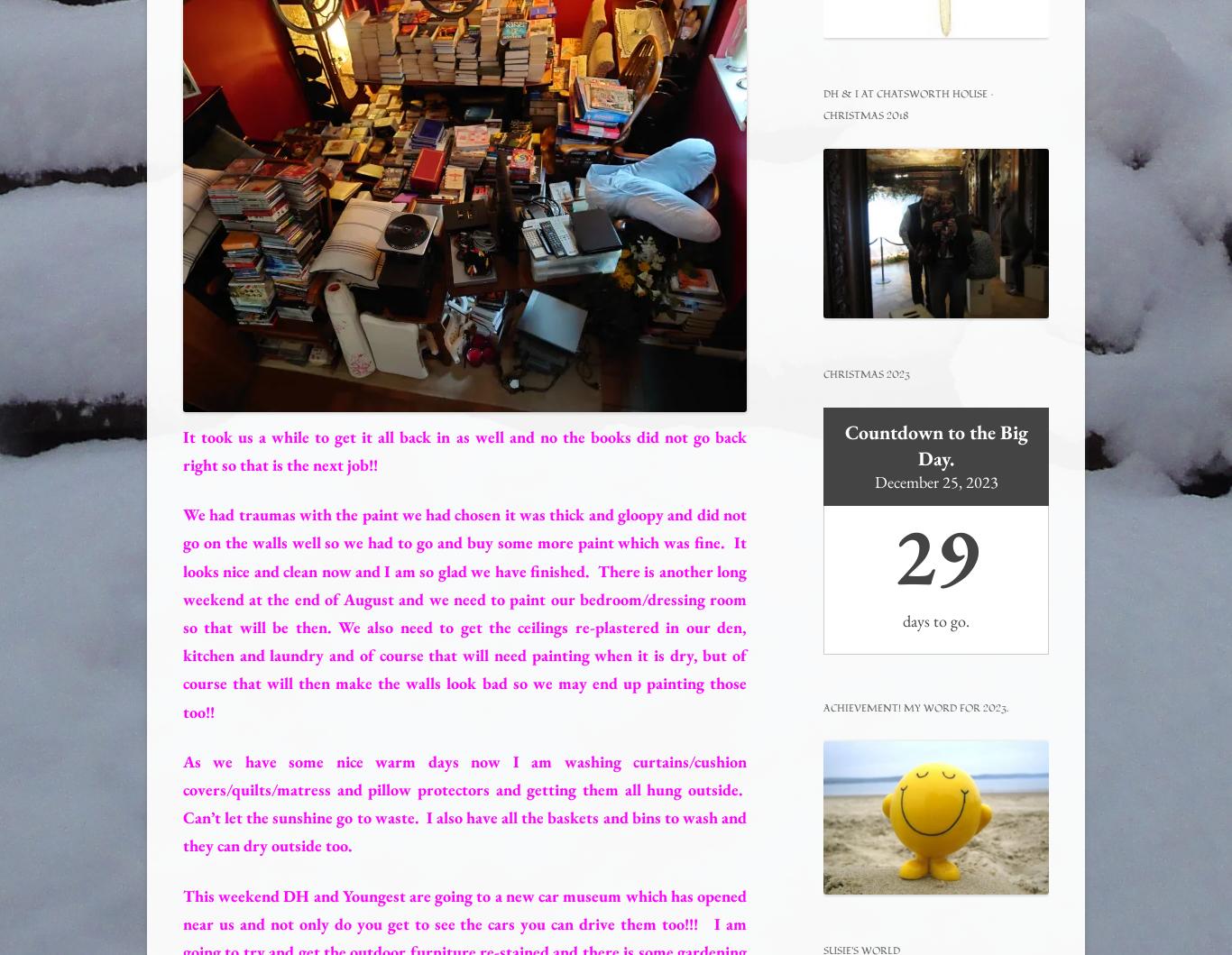 The width and height of the screenshot is (1232, 955). I want to click on 'We had traumas with the paint we had chosen it was thick and gloopy and did not go on the walls well so we had to go and buy some more paint which was fine.  It looks nice and clean now and I am so glad we have finished.  There is another long weekend at the end of August and we need to paint our bedroom/dressing room so that will be then. We also need to get the ceilings re-plastered in our den, kitchen and laundry and of course that will need painting when it is dry, but of course that will then make the walls look bad so we may end up painting those too!!', so click(464, 612).